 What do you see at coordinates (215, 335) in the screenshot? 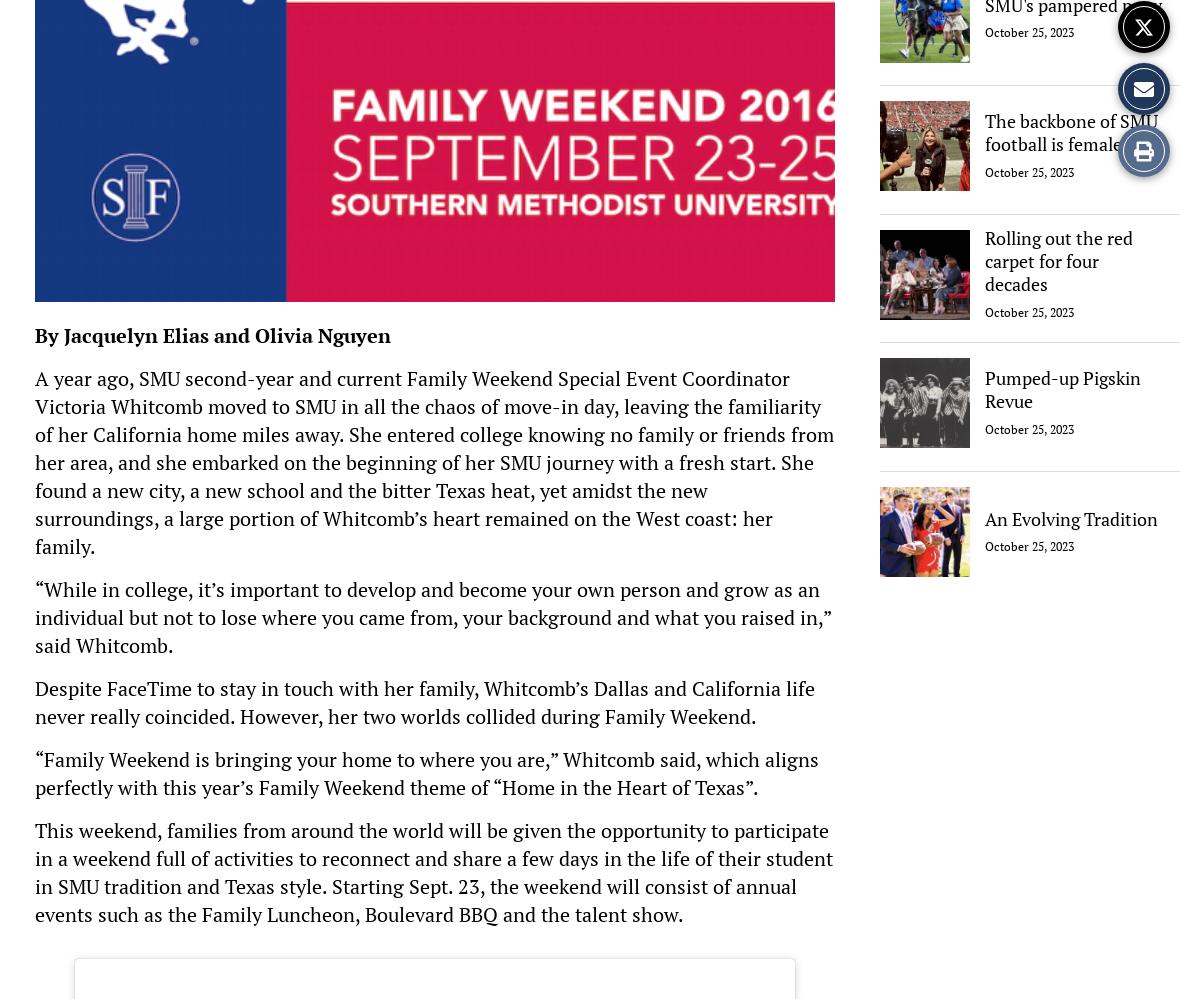
I see `'By Jacquelyn Elias and Olivia Nguyen'` at bounding box center [215, 335].